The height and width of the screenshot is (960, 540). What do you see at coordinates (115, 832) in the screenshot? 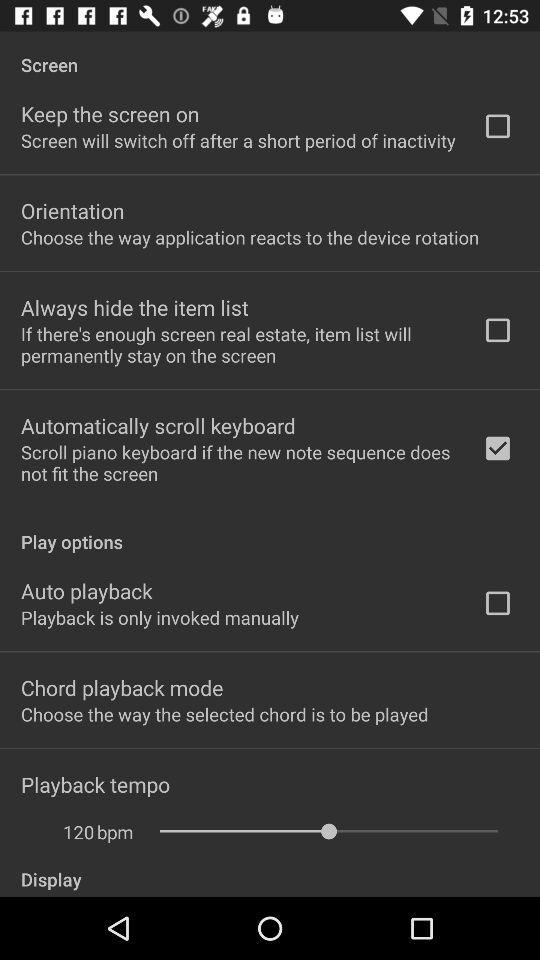
I see `the icon next to the 120 app` at bounding box center [115, 832].